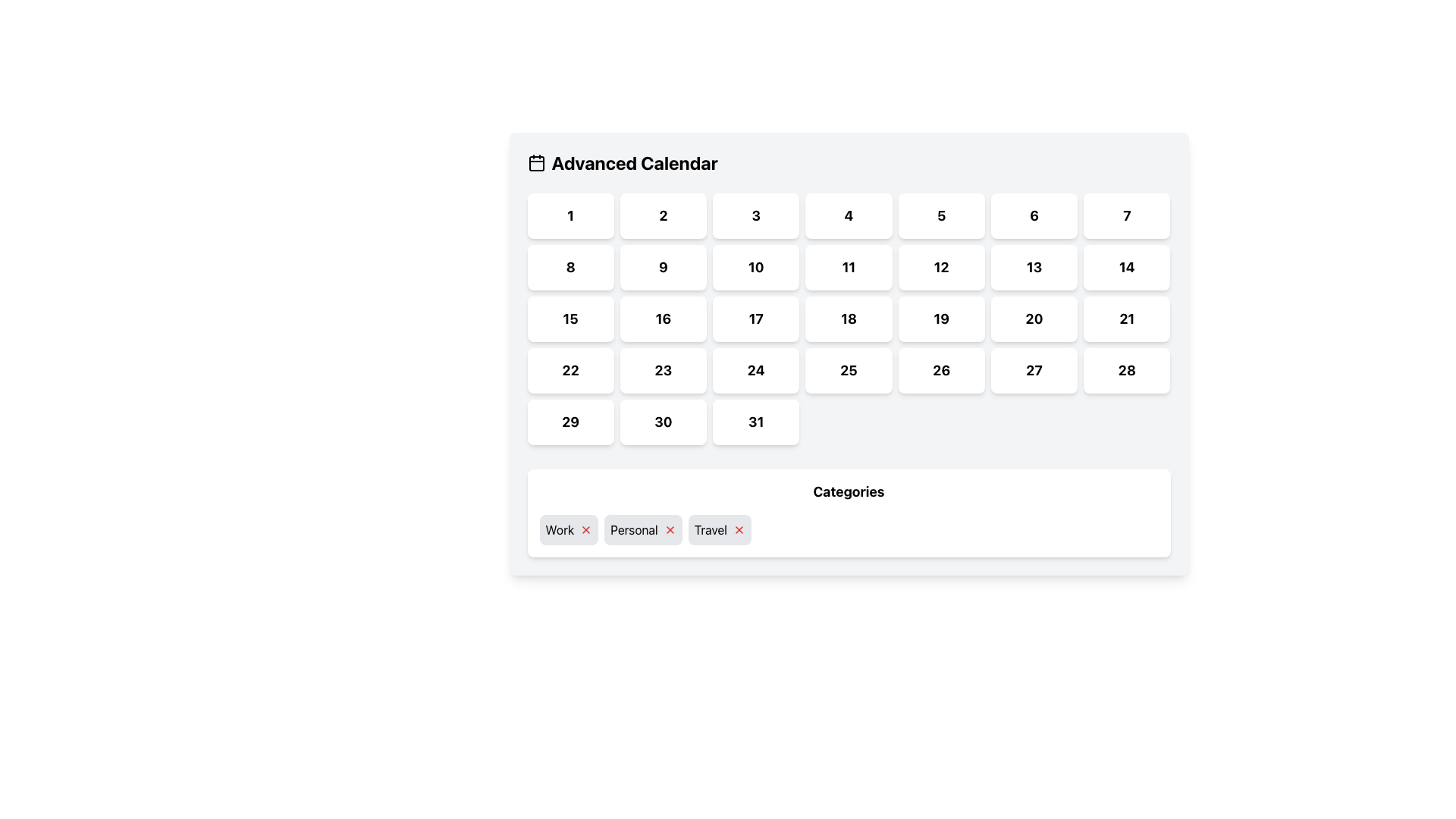 The width and height of the screenshot is (1456, 819). What do you see at coordinates (719, 529) in the screenshot?
I see `the 'Travel' tag with a removable option to prepare for its removal` at bounding box center [719, 529].